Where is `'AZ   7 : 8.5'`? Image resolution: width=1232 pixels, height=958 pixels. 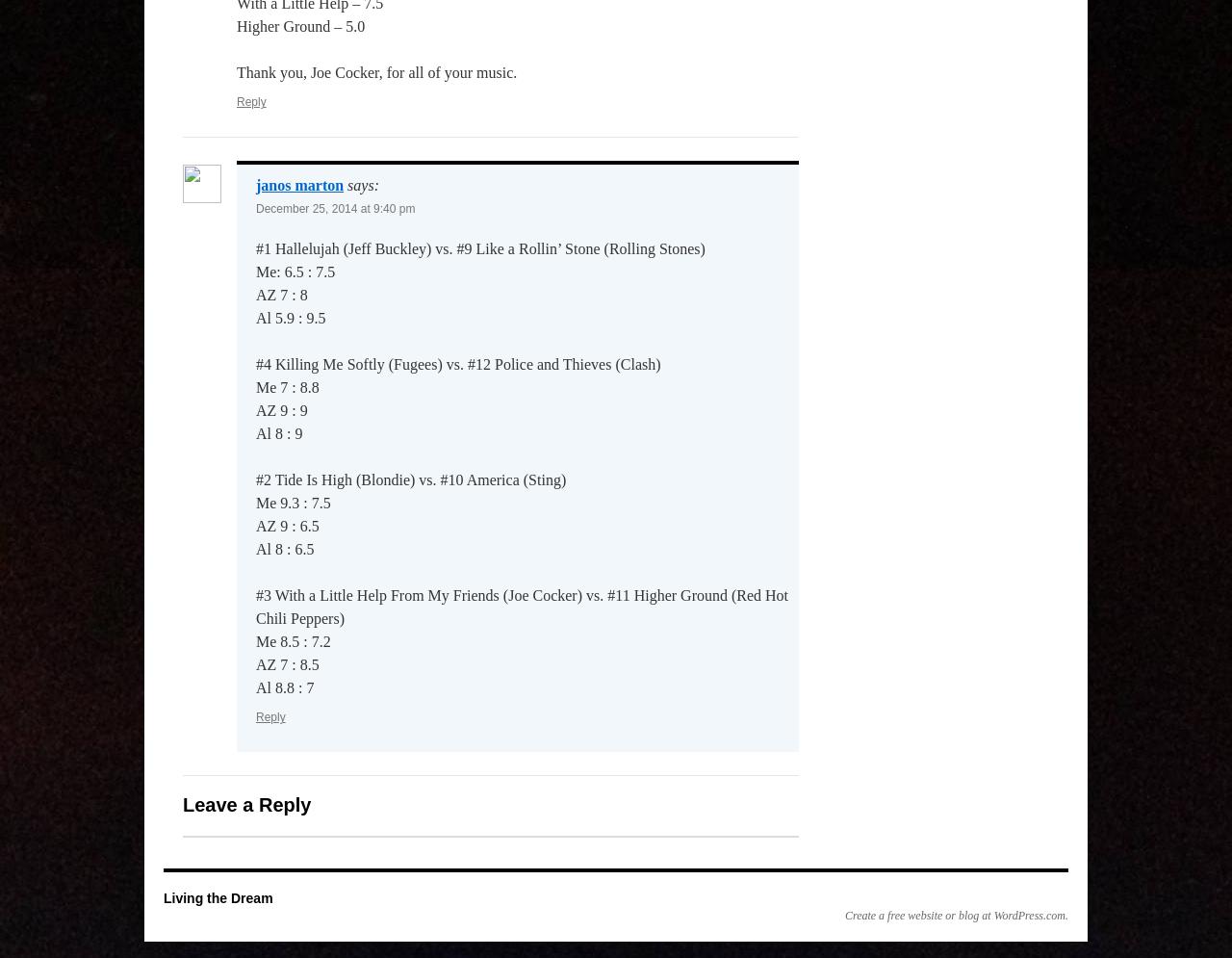 'AZ   7 : 8.5' is located at coordinates (286, 664).